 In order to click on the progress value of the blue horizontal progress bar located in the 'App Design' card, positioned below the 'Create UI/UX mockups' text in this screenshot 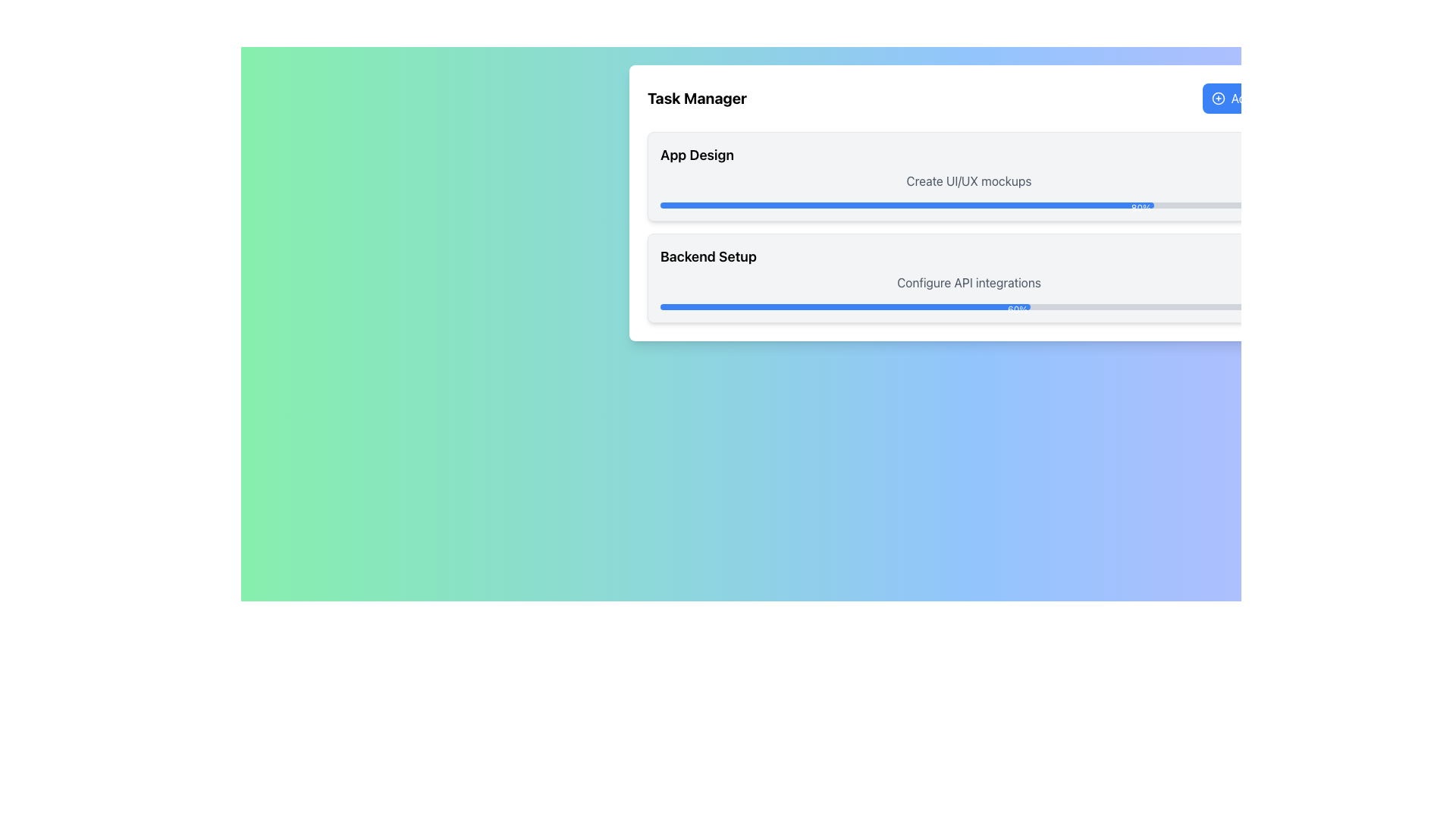, I will do `click(968, 205)`.